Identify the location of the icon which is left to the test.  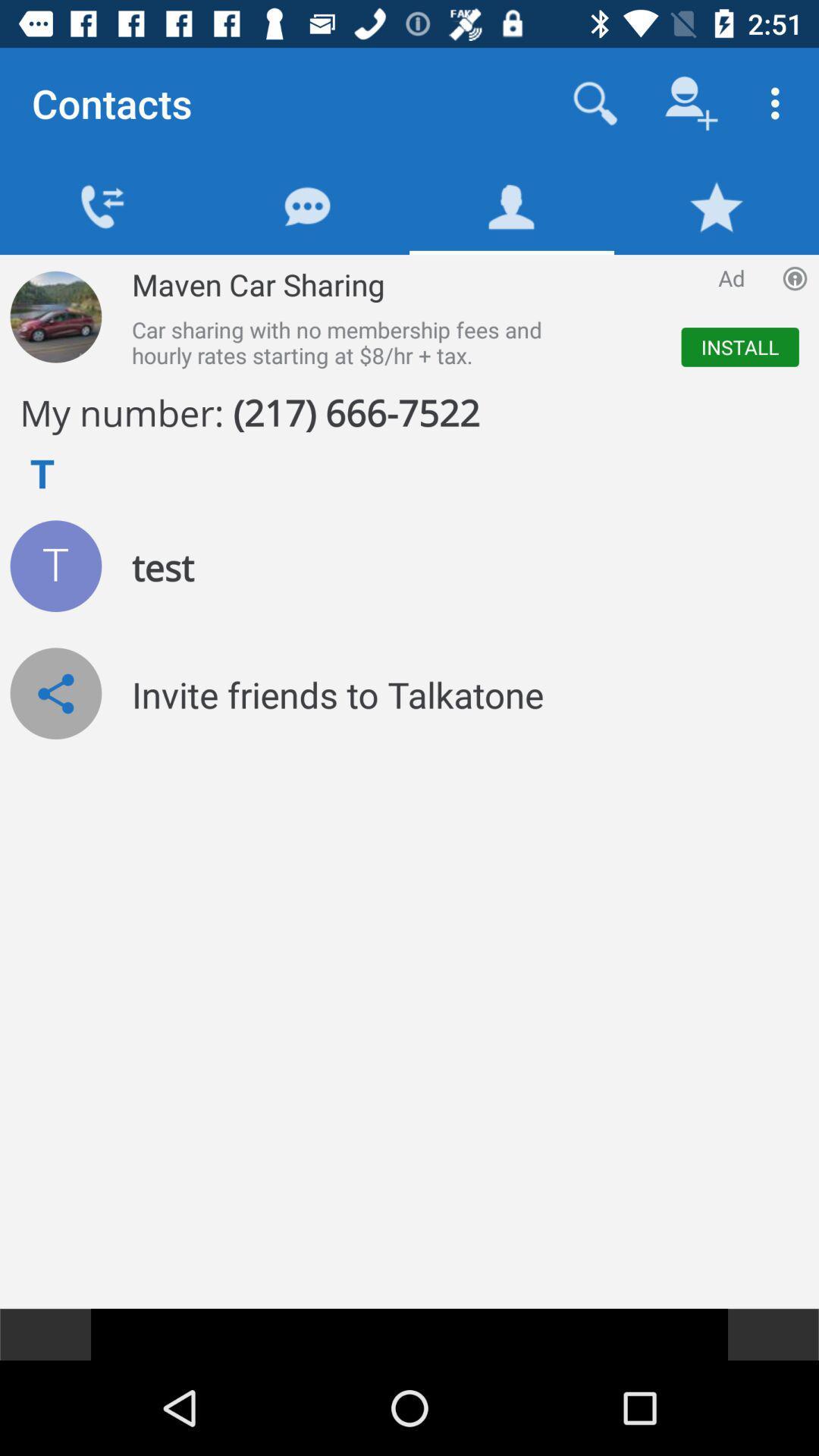
(55, 565).